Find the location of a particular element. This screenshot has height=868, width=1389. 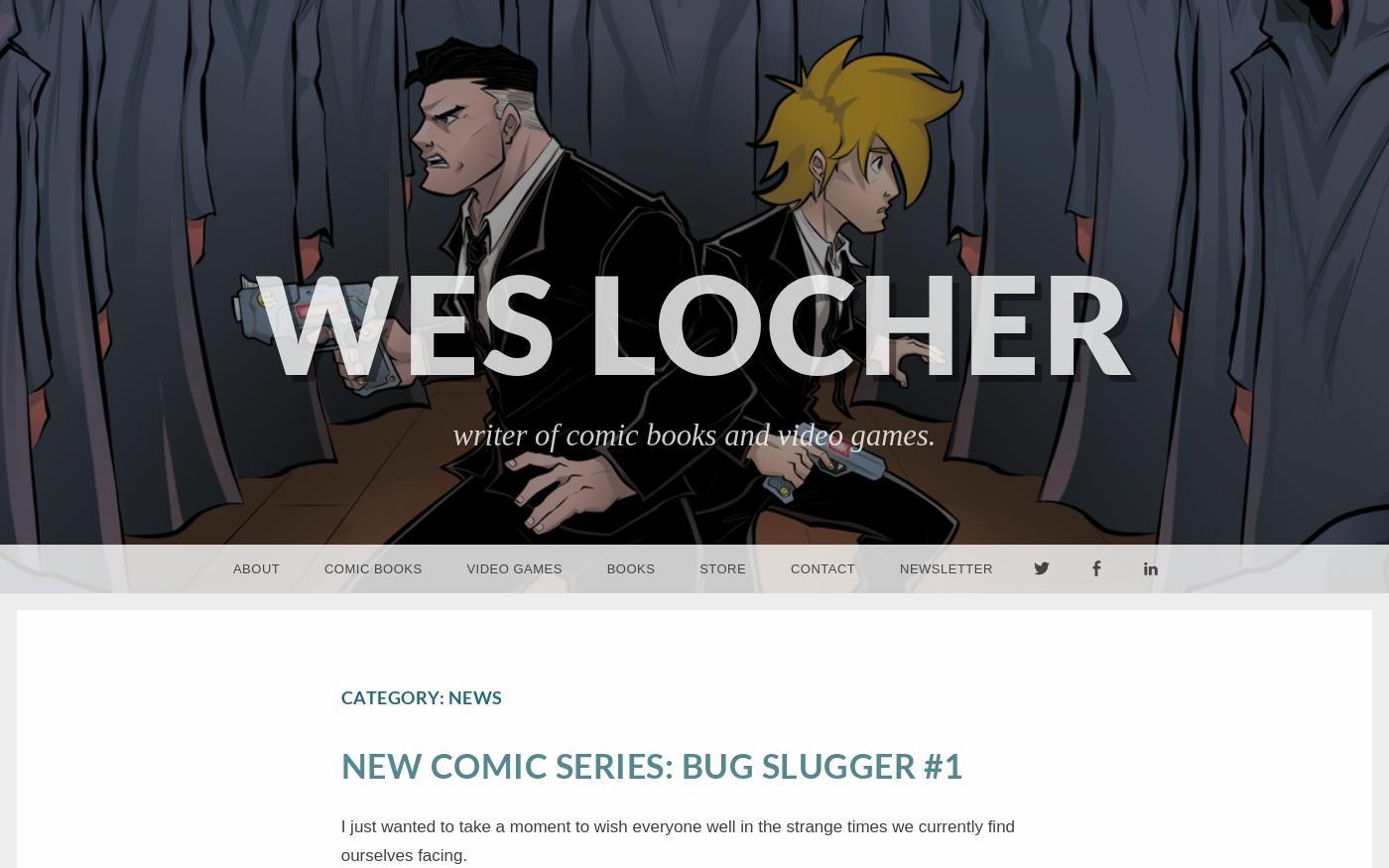

'I just wanted to take a moment to wish everyone well in the strange times we currently find ourselves facing.' is located at coordinates (678, 840).